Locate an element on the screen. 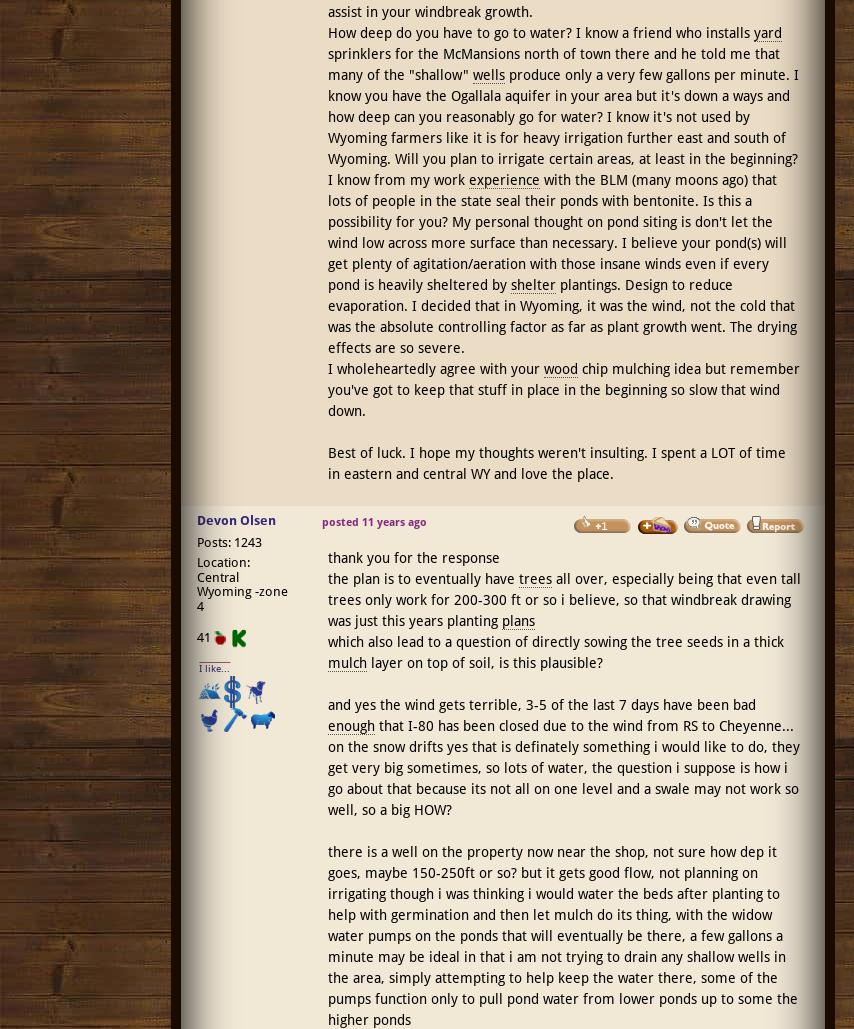 The height and width of the screenshot is (1029, 854). 'produce only a very few gallons per minute. I know you have the Ogallala aquifer in your area but it's down a ways and how deep can you reasonably go for water? I know it's not used by Wyoming farmers like it is for heavy irrigation further east and south of Wyoming. Will you plan to irrigate certain areas, at least in the beginning?' is located at coordinates (561, 115).